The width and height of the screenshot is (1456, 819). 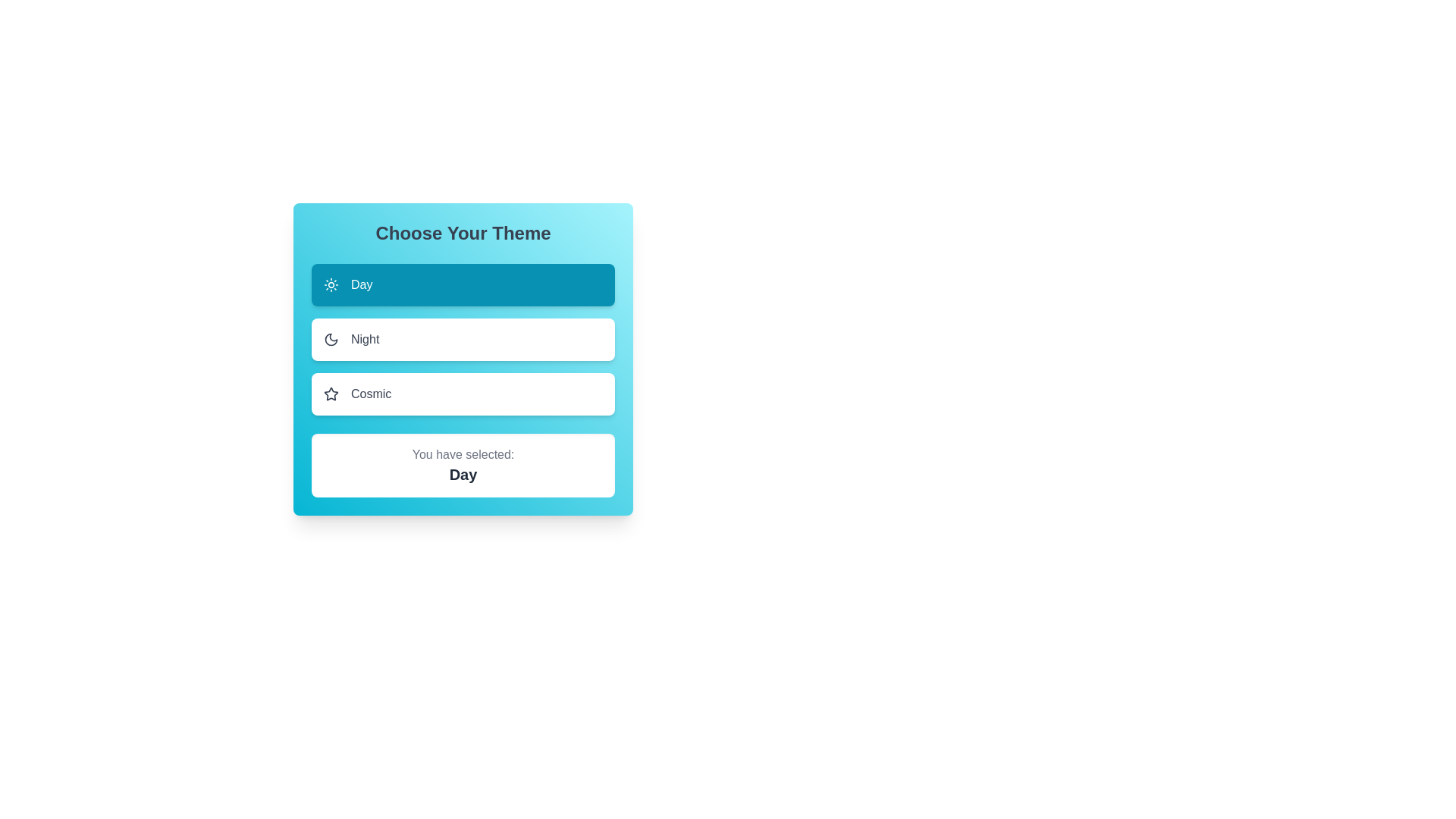 What do you see at coordinates (330, 394) in the screenshot?
I see `the leftmost icon representing the 'Cosmic' theme, which serves a decorative purpose and is located to the far left of the text 'Cosmic'` at bounding box center [330, 394].